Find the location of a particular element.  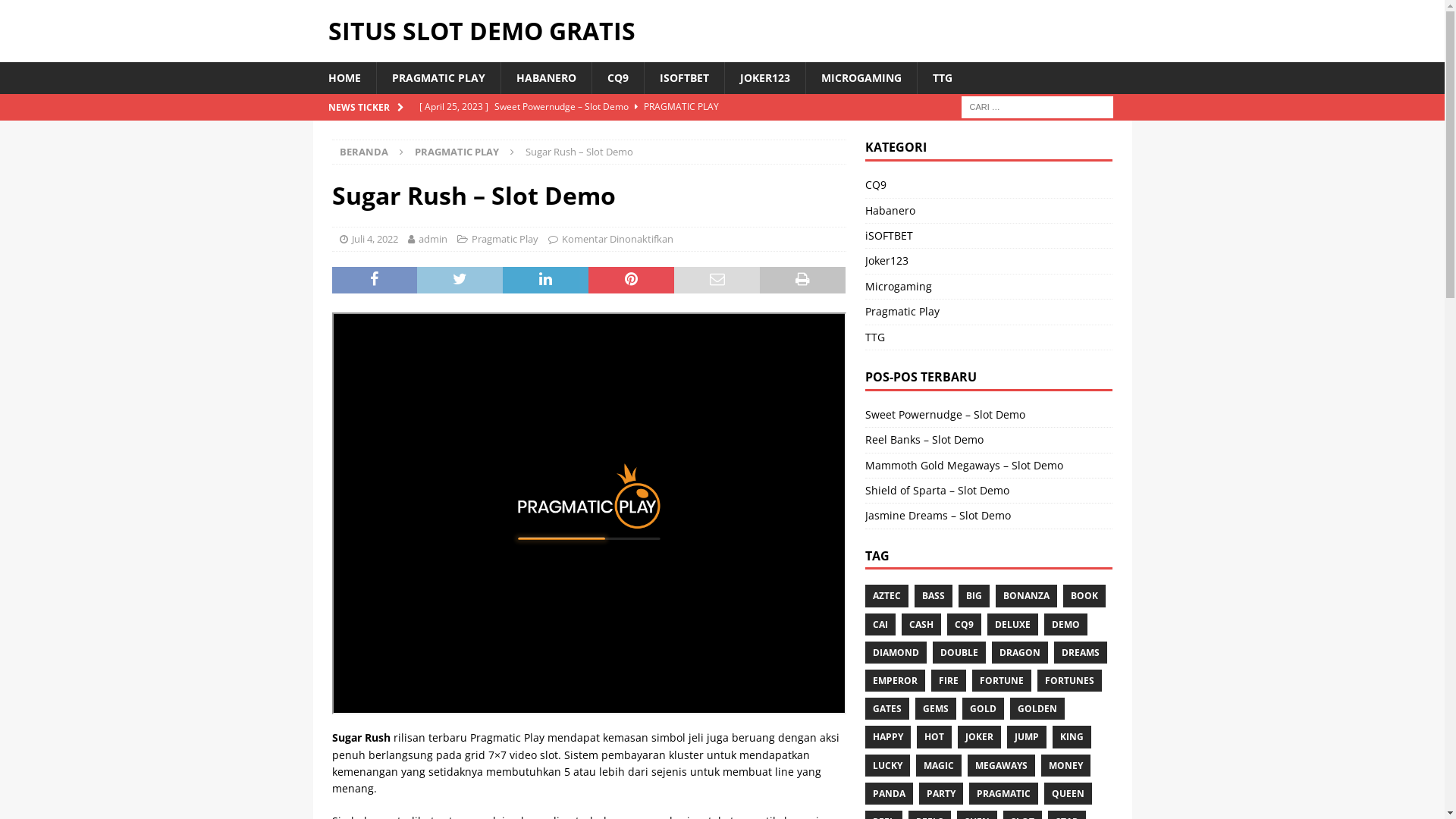

'QUEEN' is located at coordinates (1067, 792).